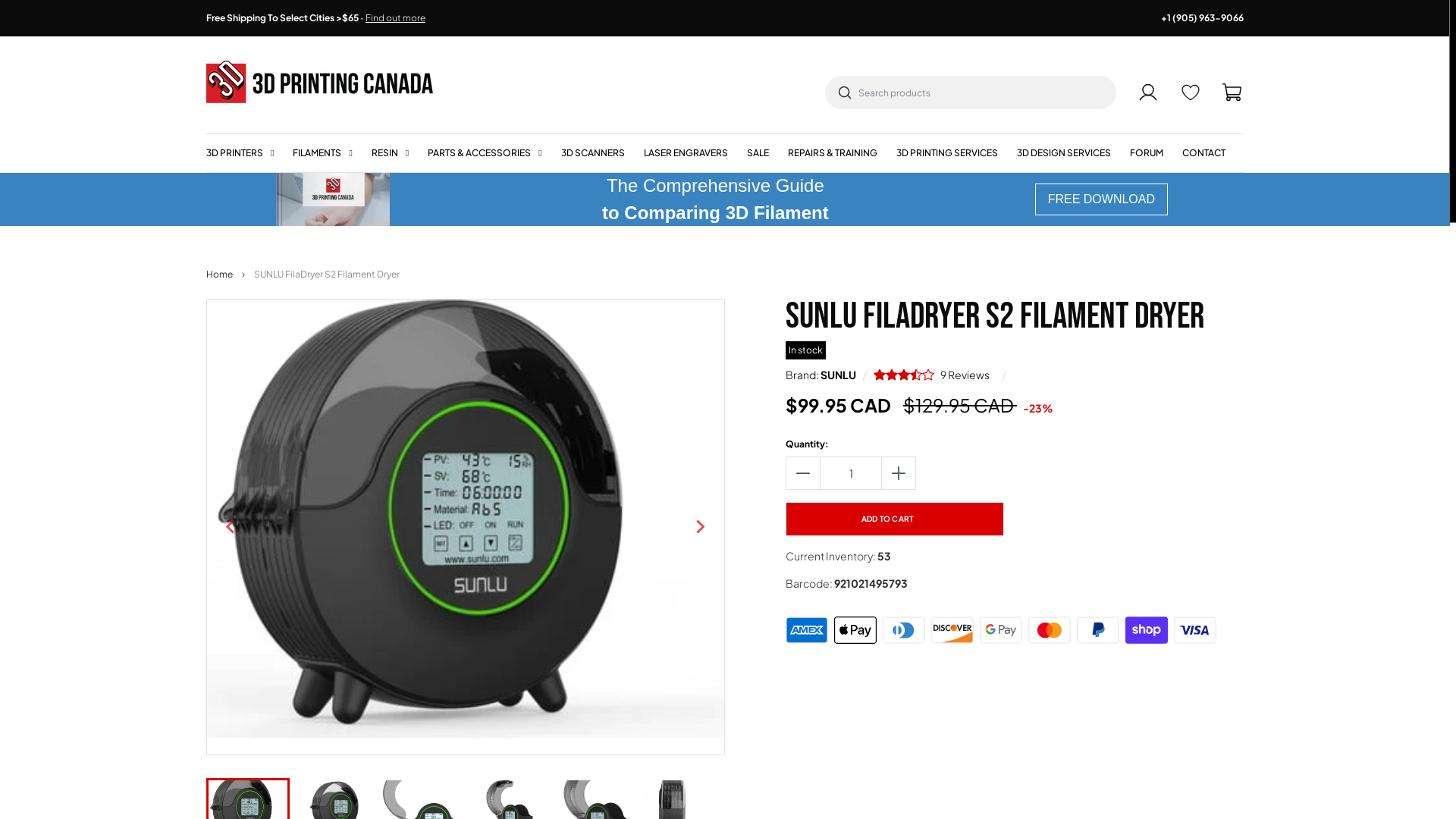 The image size is (1456, 819). Describe the element at coordinates (685, 152) in the screenshot. I see `'LASER ENGRAVERS'` at that location.